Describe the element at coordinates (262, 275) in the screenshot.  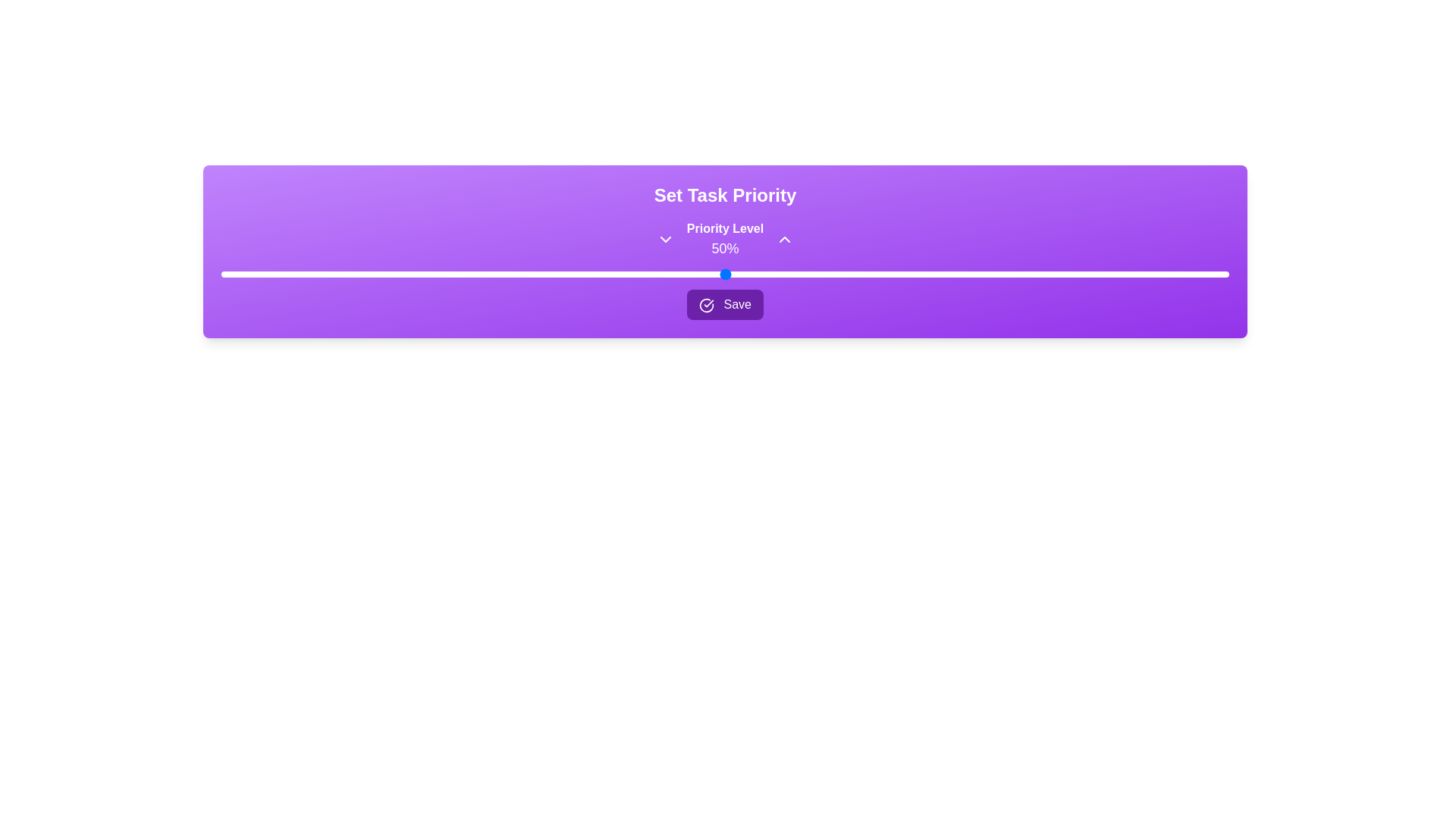
I see `the priority level` at that location.